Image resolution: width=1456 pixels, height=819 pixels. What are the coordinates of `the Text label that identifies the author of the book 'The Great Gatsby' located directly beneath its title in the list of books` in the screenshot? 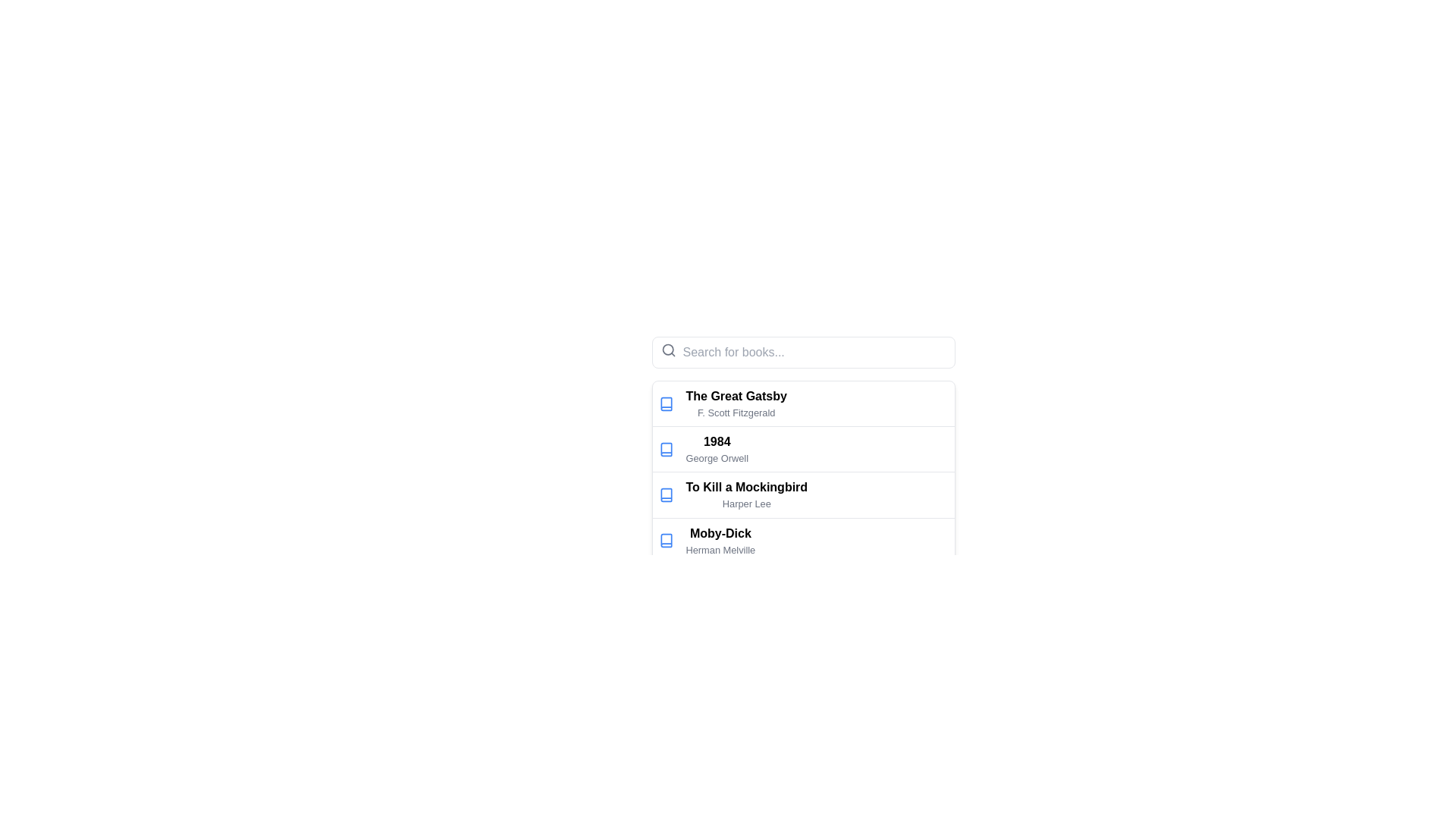 It's located at (736, 413).